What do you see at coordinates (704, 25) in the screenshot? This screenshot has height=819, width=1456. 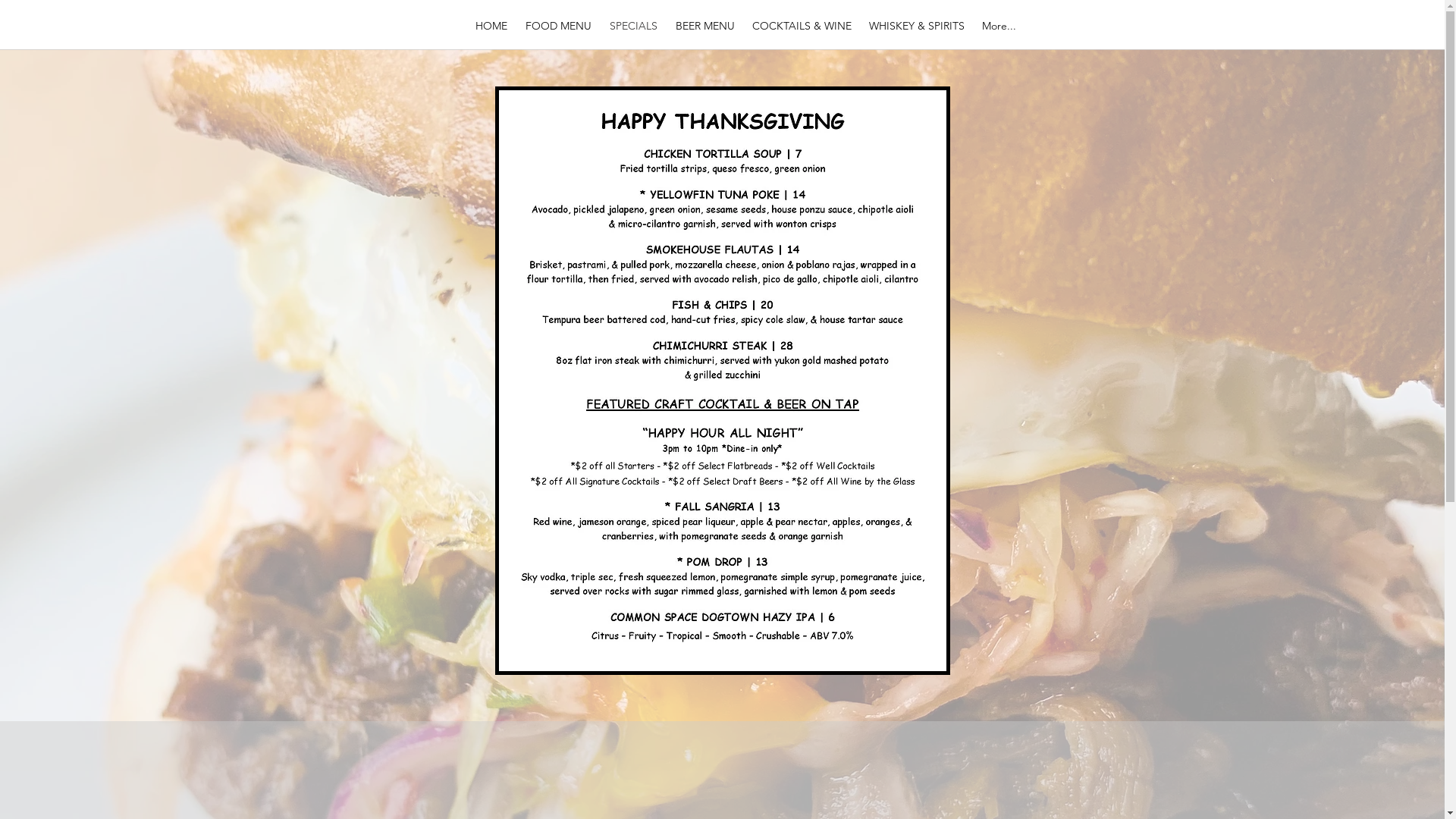 I see `'BEER MENU'` at bounding box center [704, 25].